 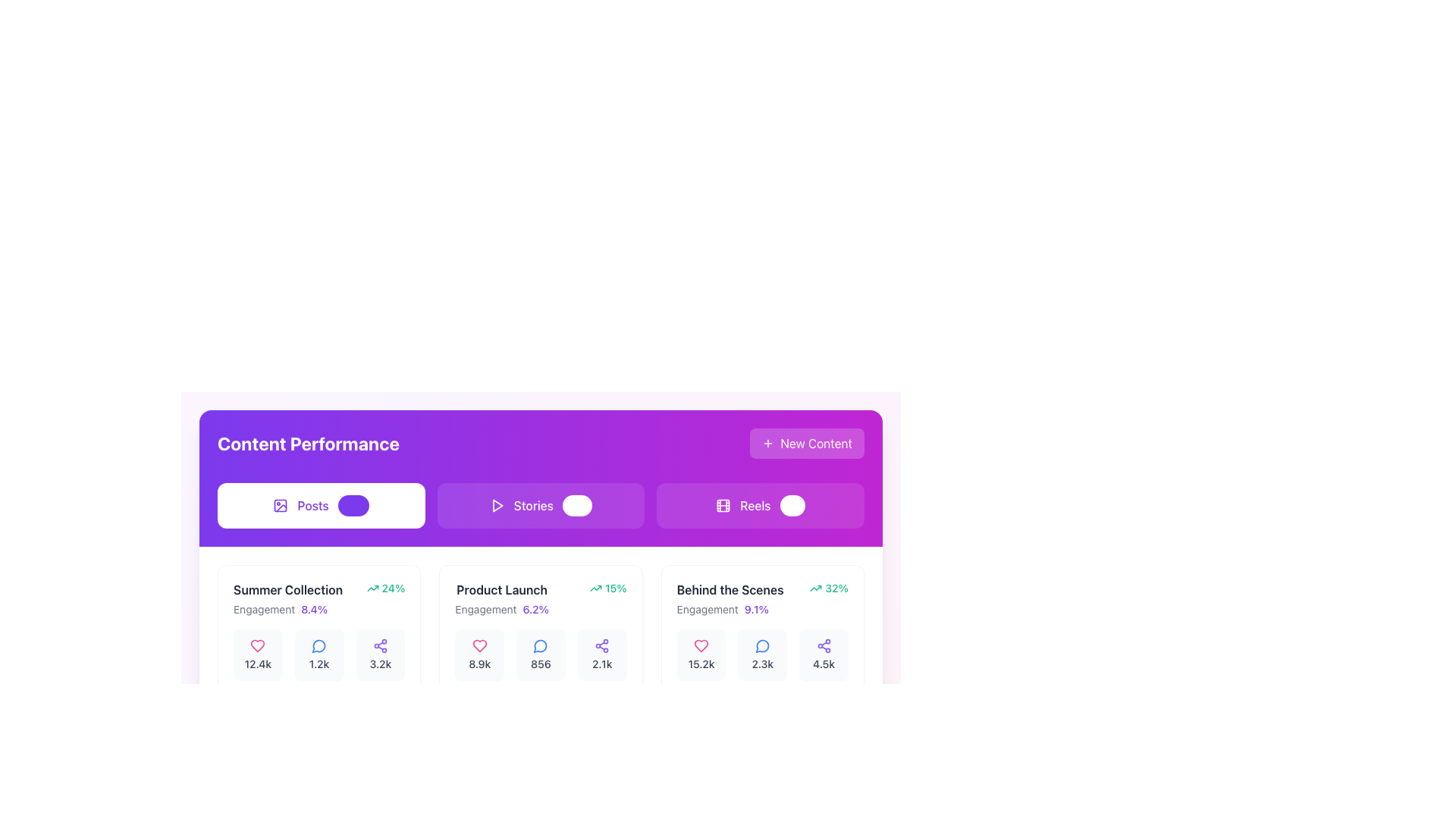 I want to click on the 'Reels' button, so click(x=761, y=506).